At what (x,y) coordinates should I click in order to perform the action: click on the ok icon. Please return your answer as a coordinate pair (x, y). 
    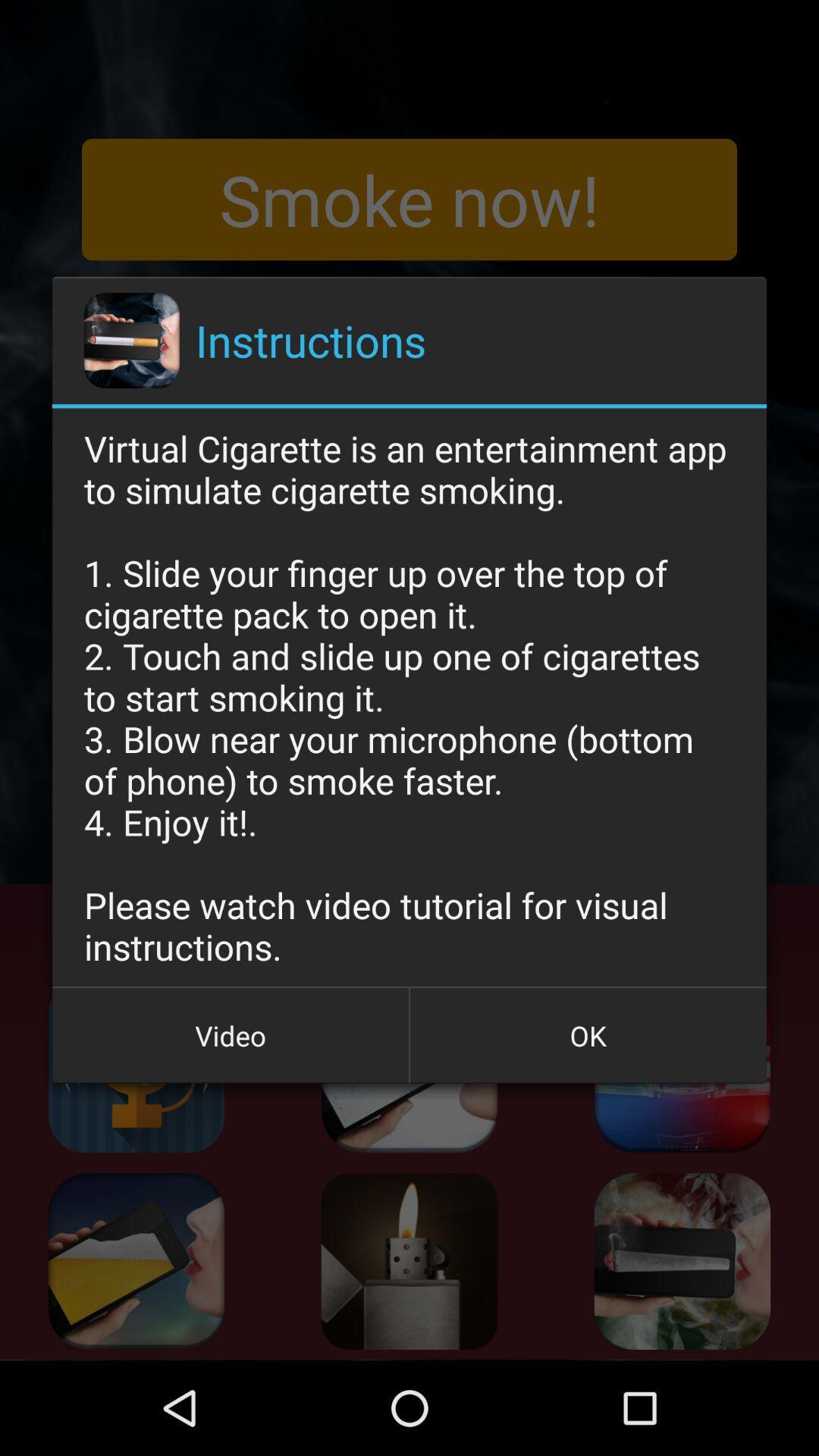
    Looking at the image, I should click on (587, 1034).